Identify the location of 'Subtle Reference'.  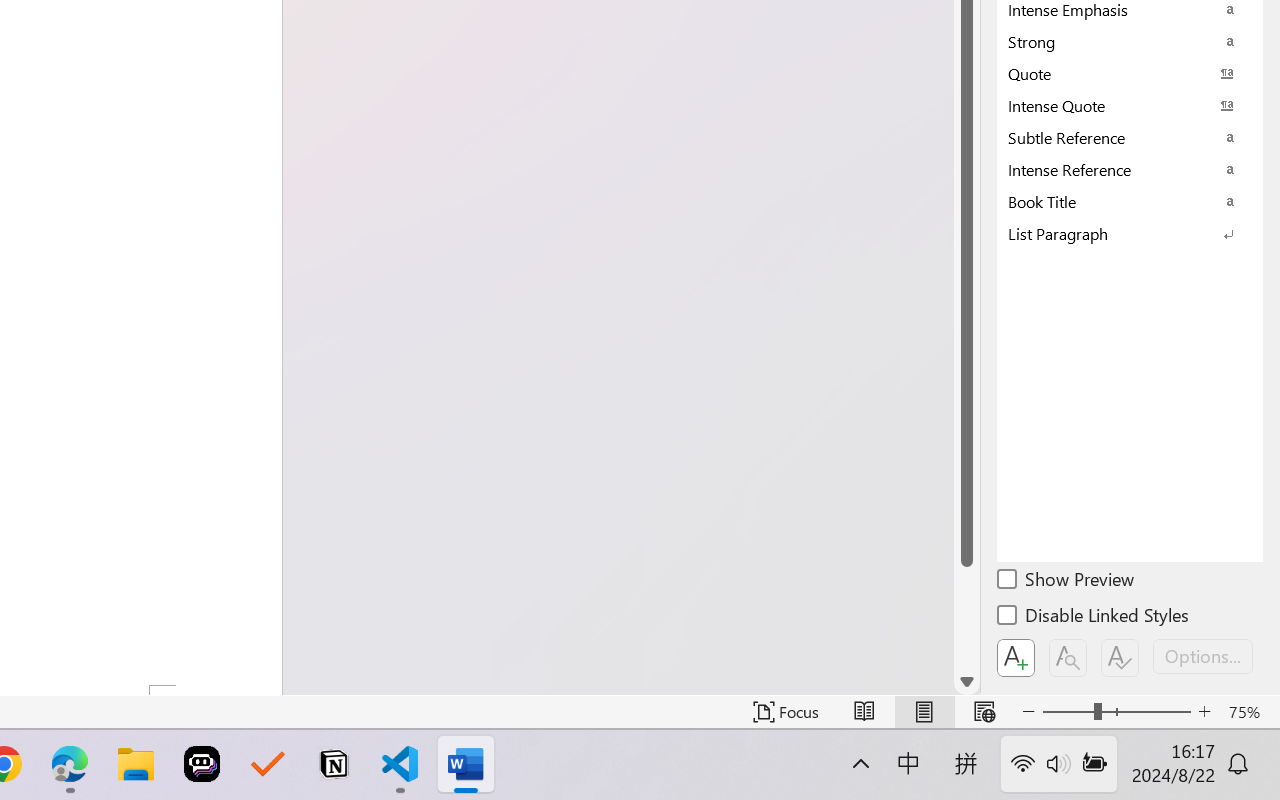
(1130, 137).